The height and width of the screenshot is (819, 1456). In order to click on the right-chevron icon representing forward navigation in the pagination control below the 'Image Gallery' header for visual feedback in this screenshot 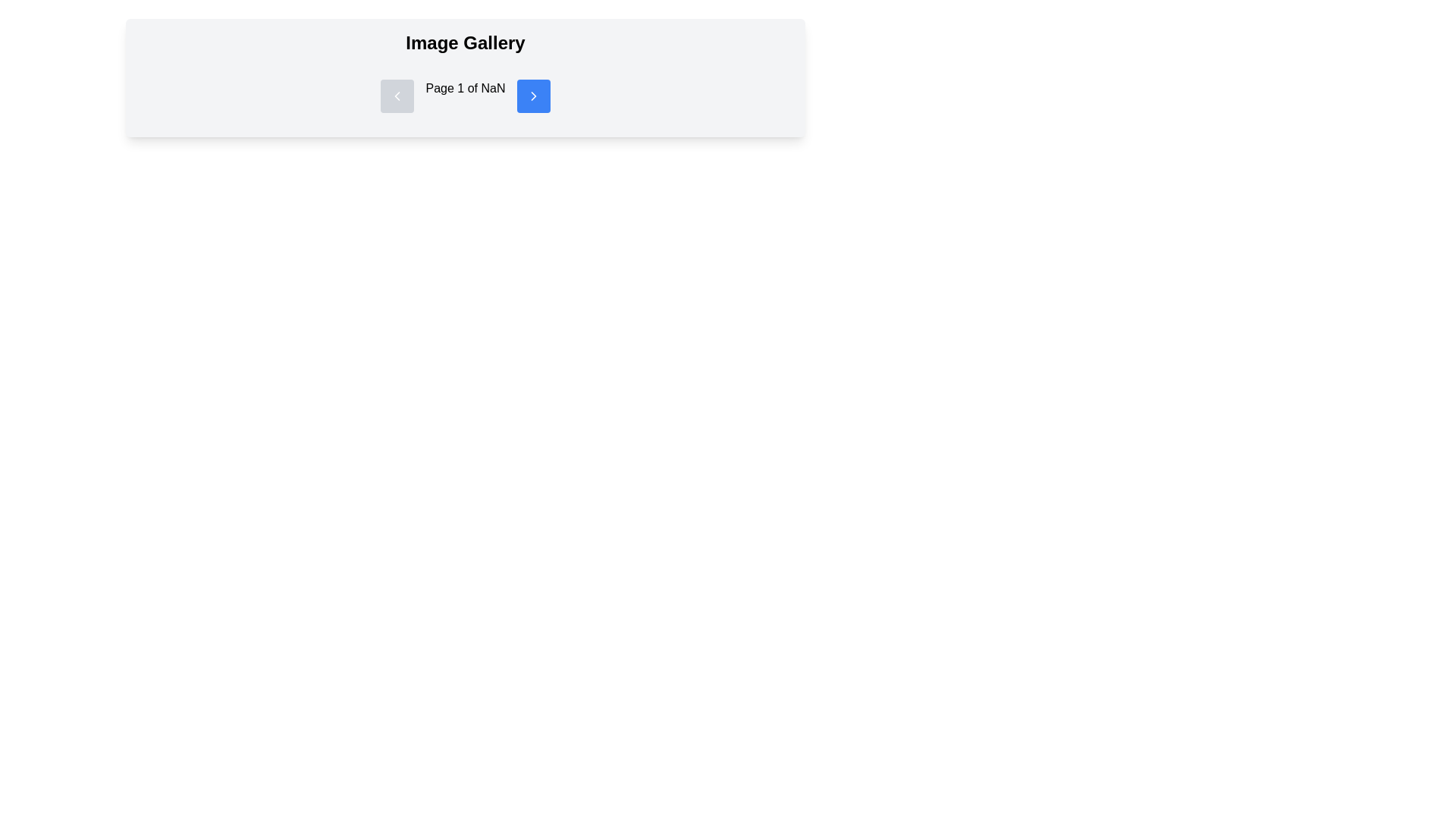, I will do `click(534, 96)`.